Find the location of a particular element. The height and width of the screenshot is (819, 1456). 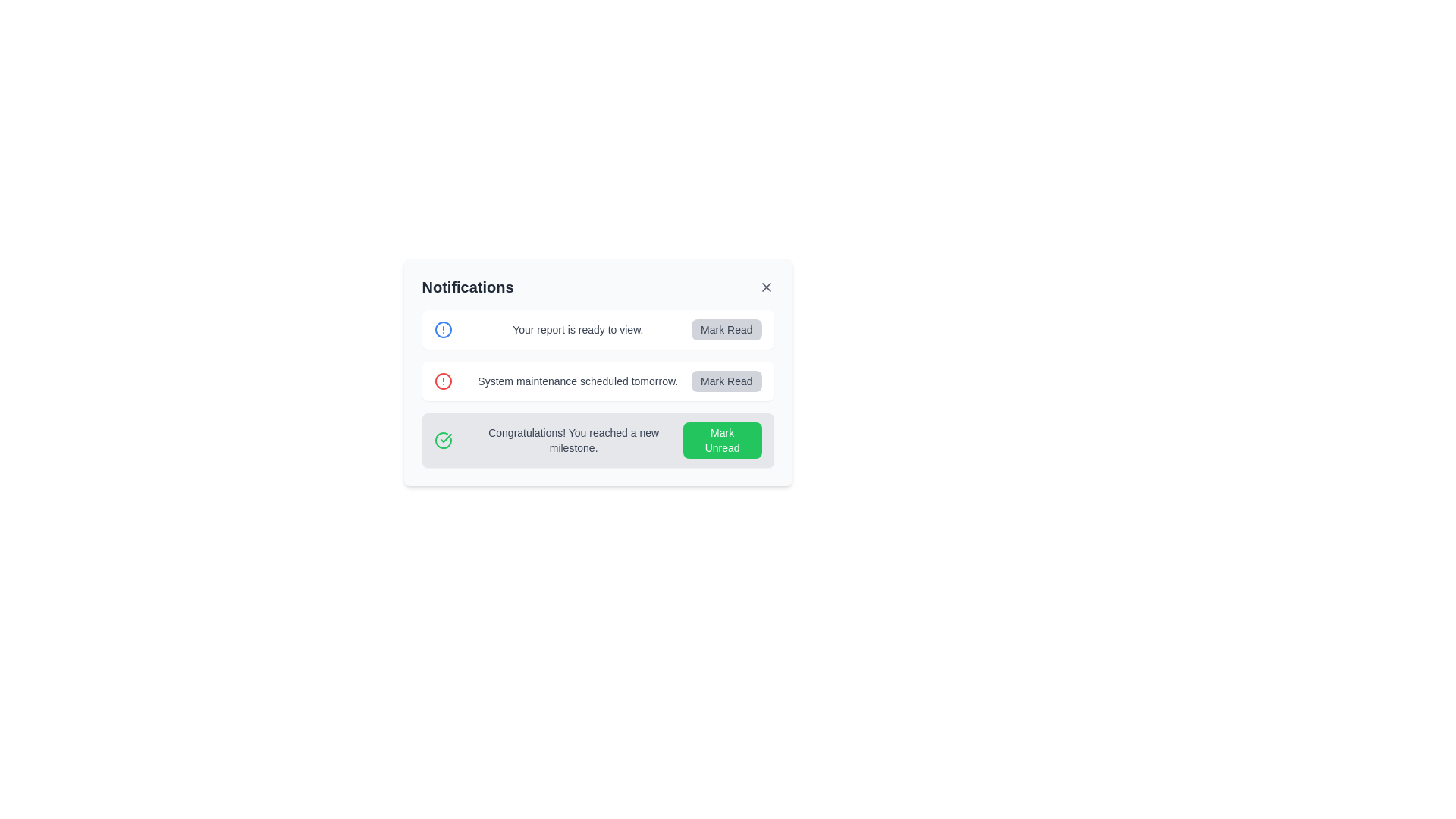

the button that marks the notification 'System maintenance scheduled tomorrow' as read for additional information is located at coordinates (726, 380).